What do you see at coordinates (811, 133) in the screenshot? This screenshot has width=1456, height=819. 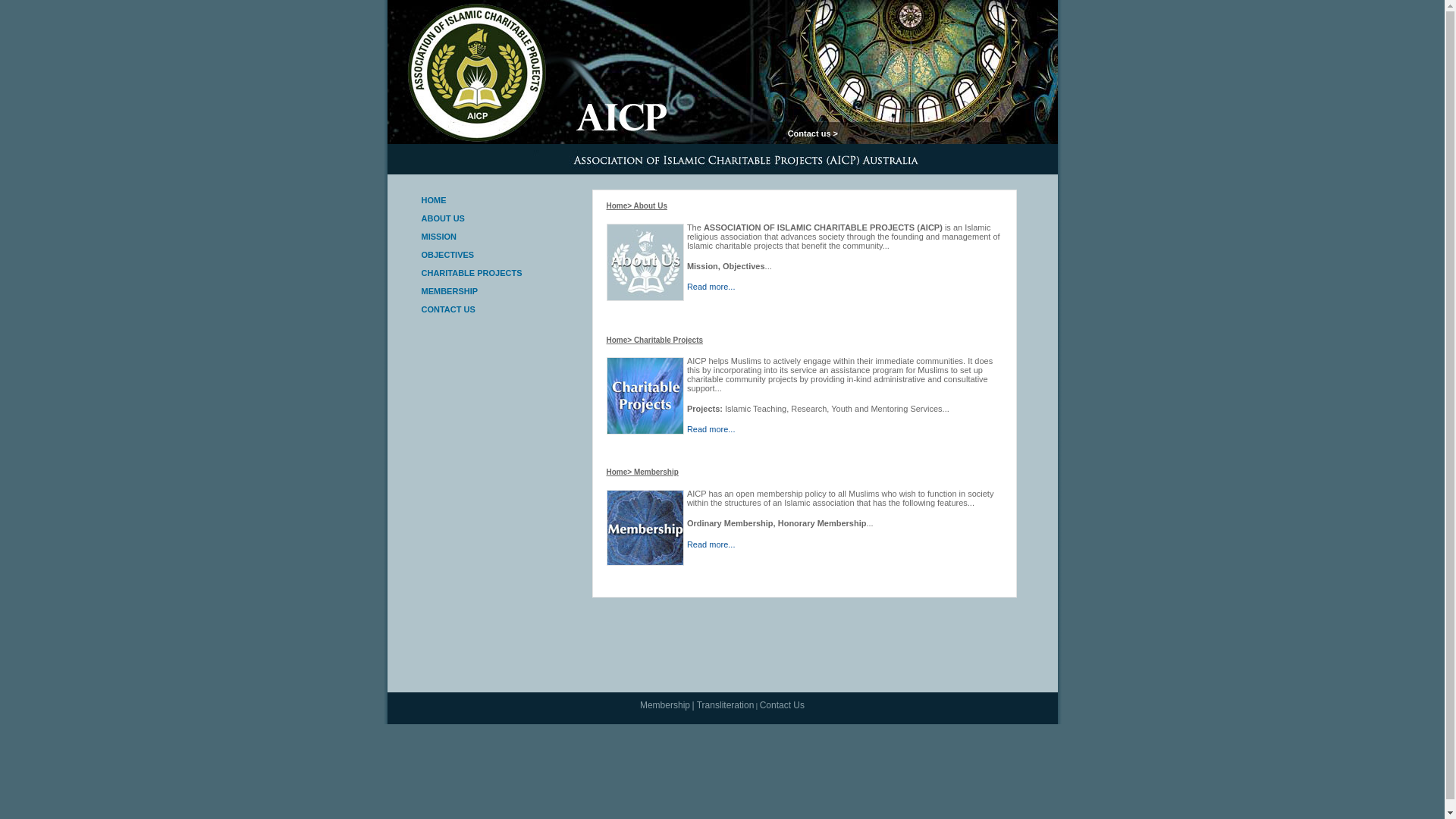 I see `'Contact us >'` at bounding box center [811, 133].